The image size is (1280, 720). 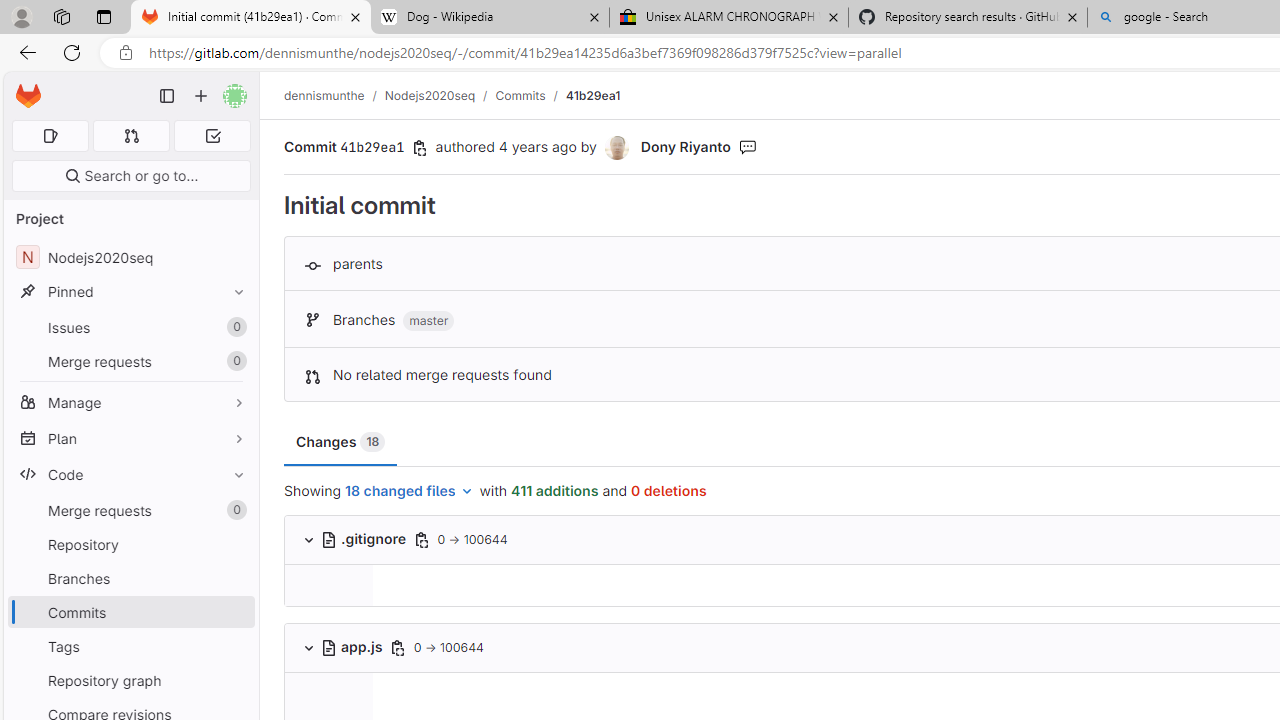 I want to click on 'Class: s16', so click(x=328, y=647).